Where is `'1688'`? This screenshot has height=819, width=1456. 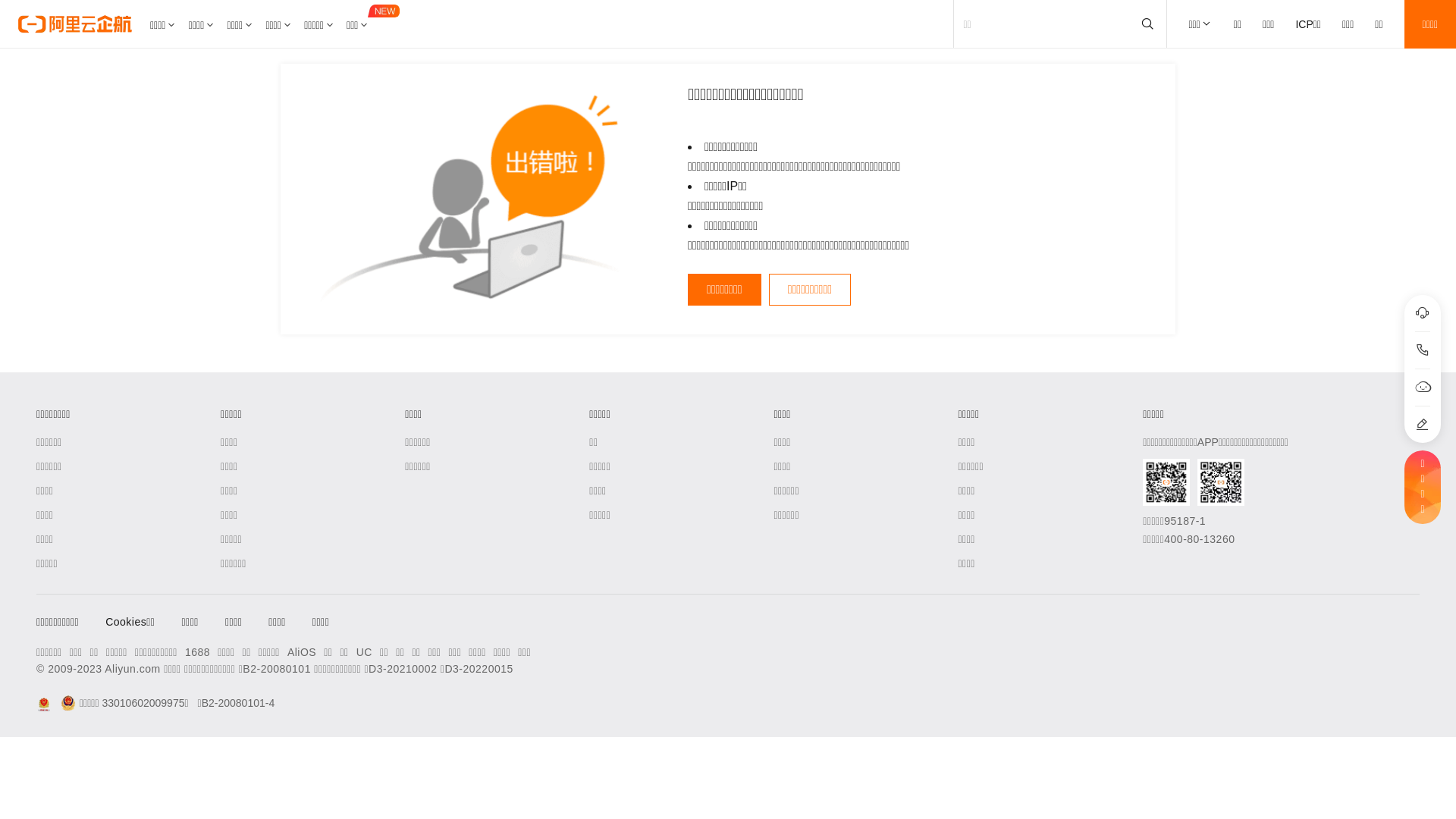
'1688' is located at coordinates (196, 651).